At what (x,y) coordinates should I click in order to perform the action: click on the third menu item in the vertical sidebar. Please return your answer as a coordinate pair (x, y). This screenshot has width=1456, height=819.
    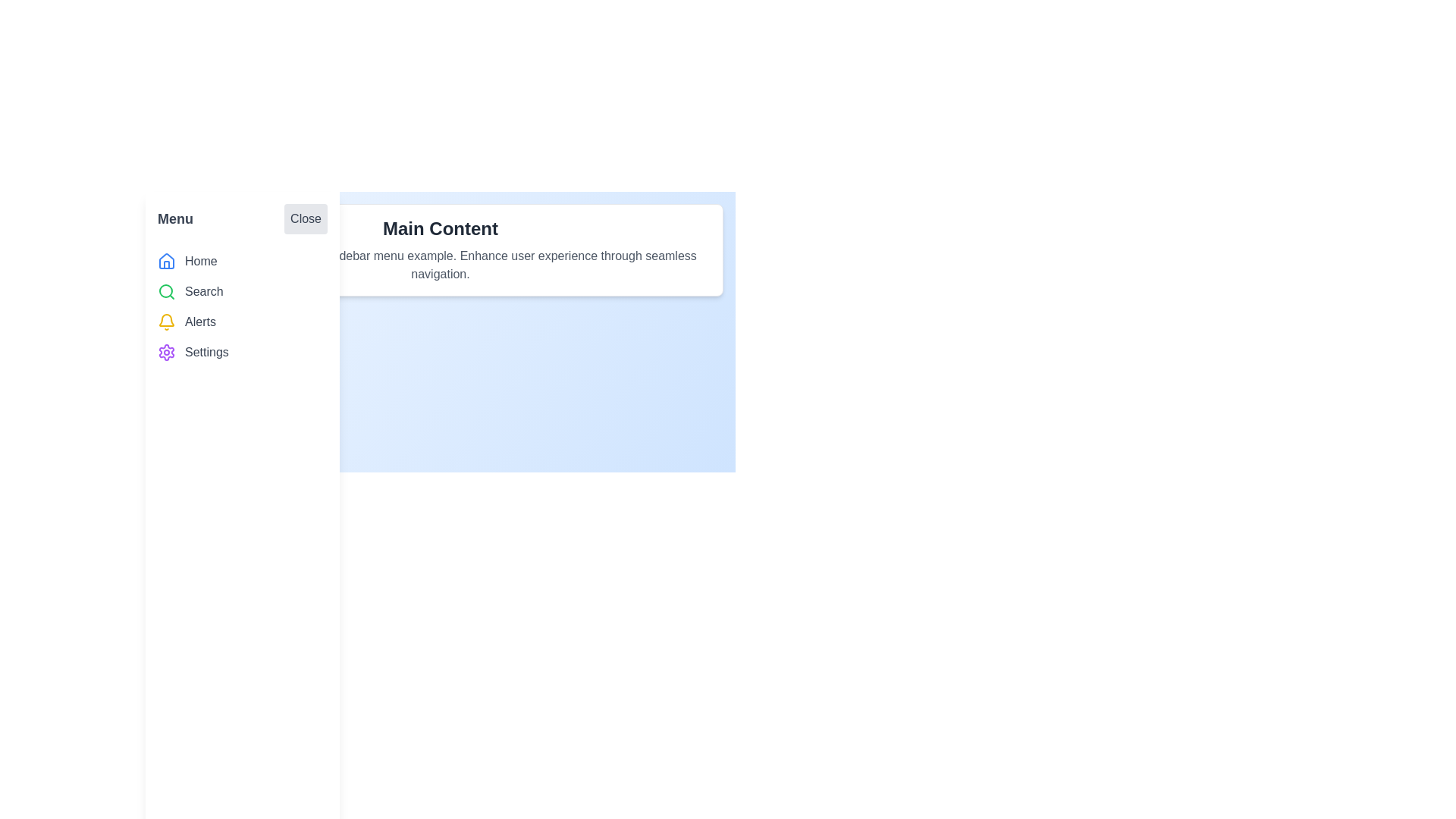
    Looking at the image, I should click on (243, 321).